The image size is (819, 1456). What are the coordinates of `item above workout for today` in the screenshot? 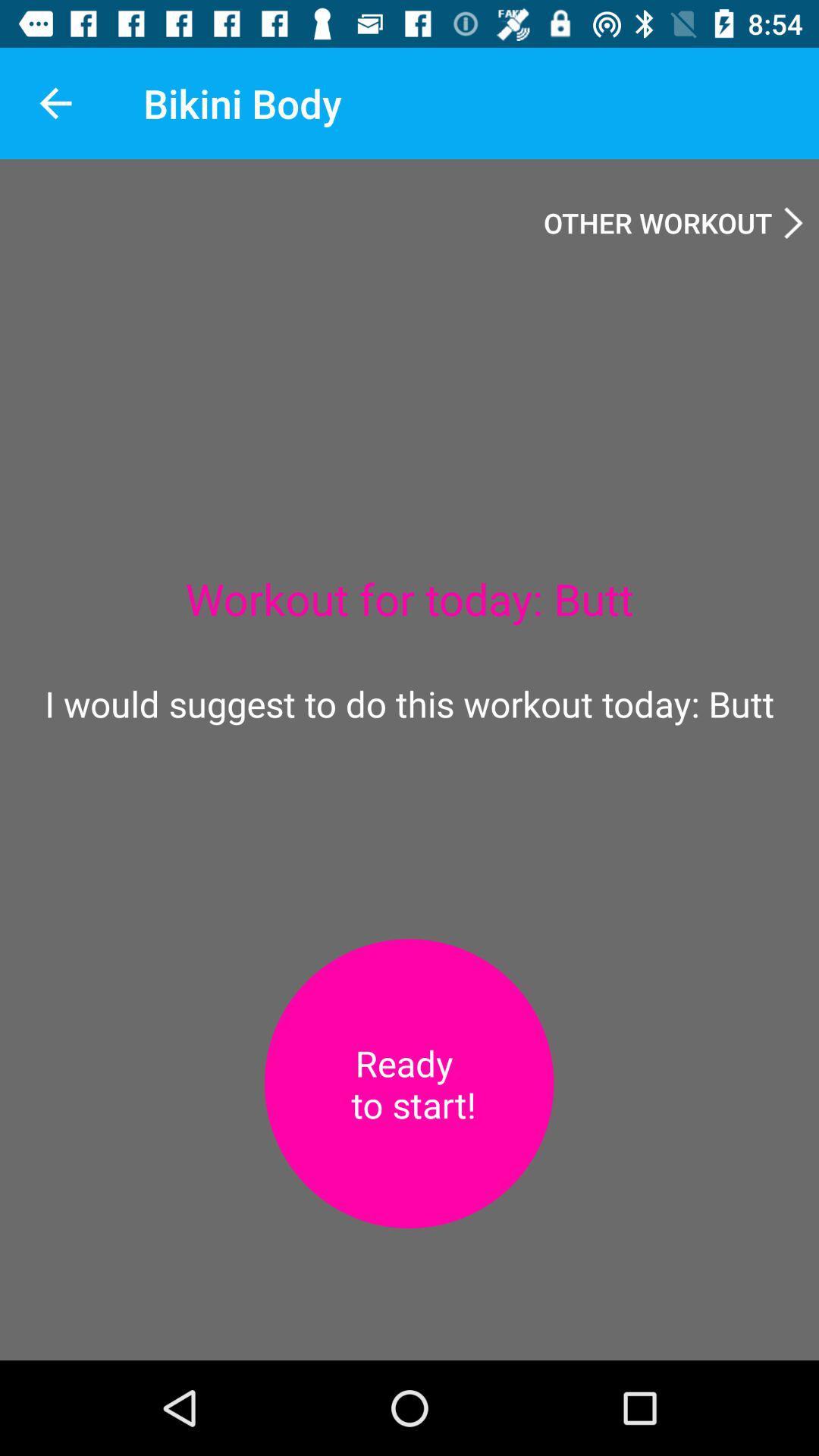 It's located at (672, 221).